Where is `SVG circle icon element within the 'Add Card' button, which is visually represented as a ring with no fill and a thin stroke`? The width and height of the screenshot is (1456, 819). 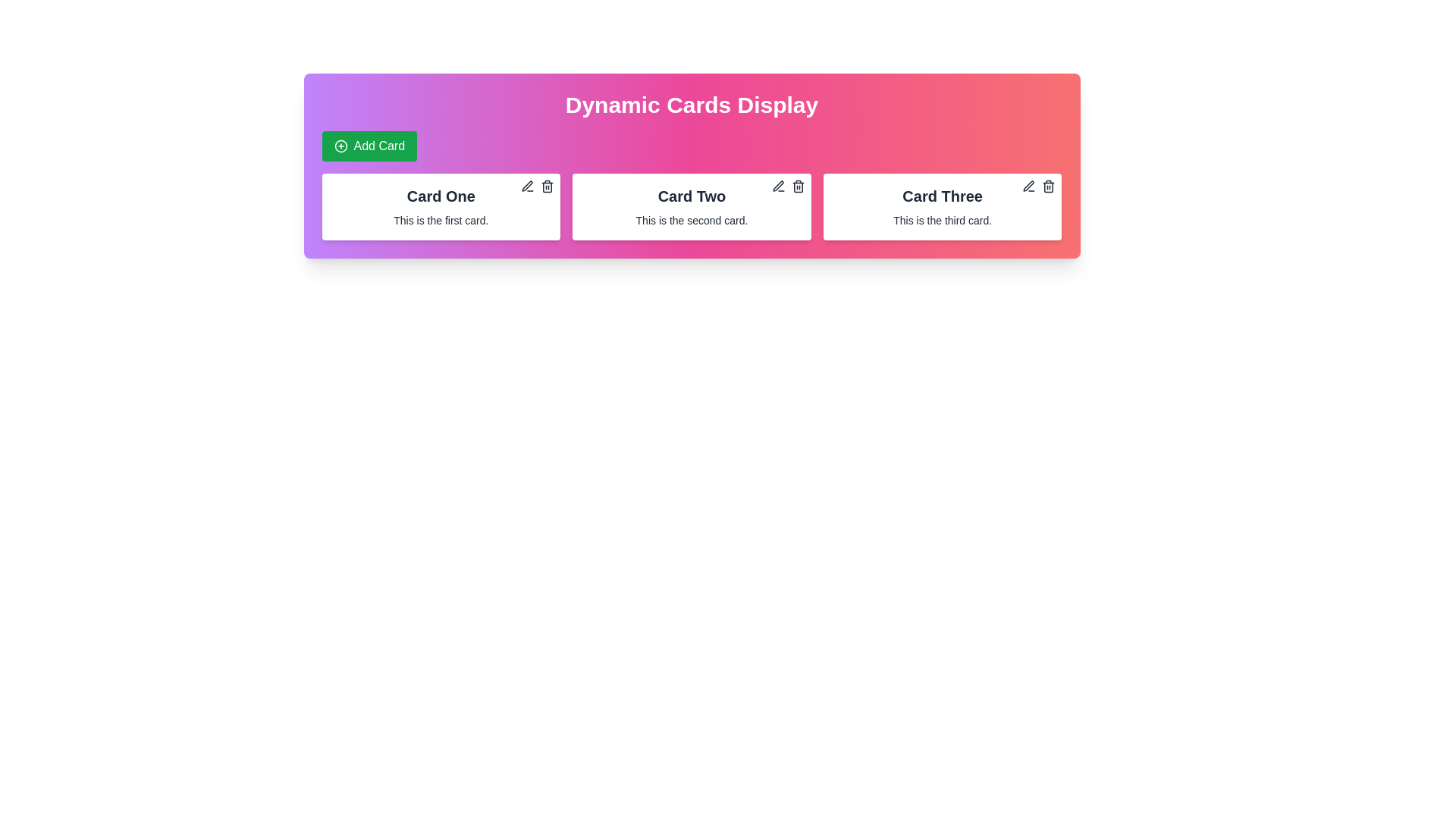
SVG circle icon element within the 'Add Card' button, which is visually represented as a ring with no fill and a thin stroke is located at coordinates (340, 146).